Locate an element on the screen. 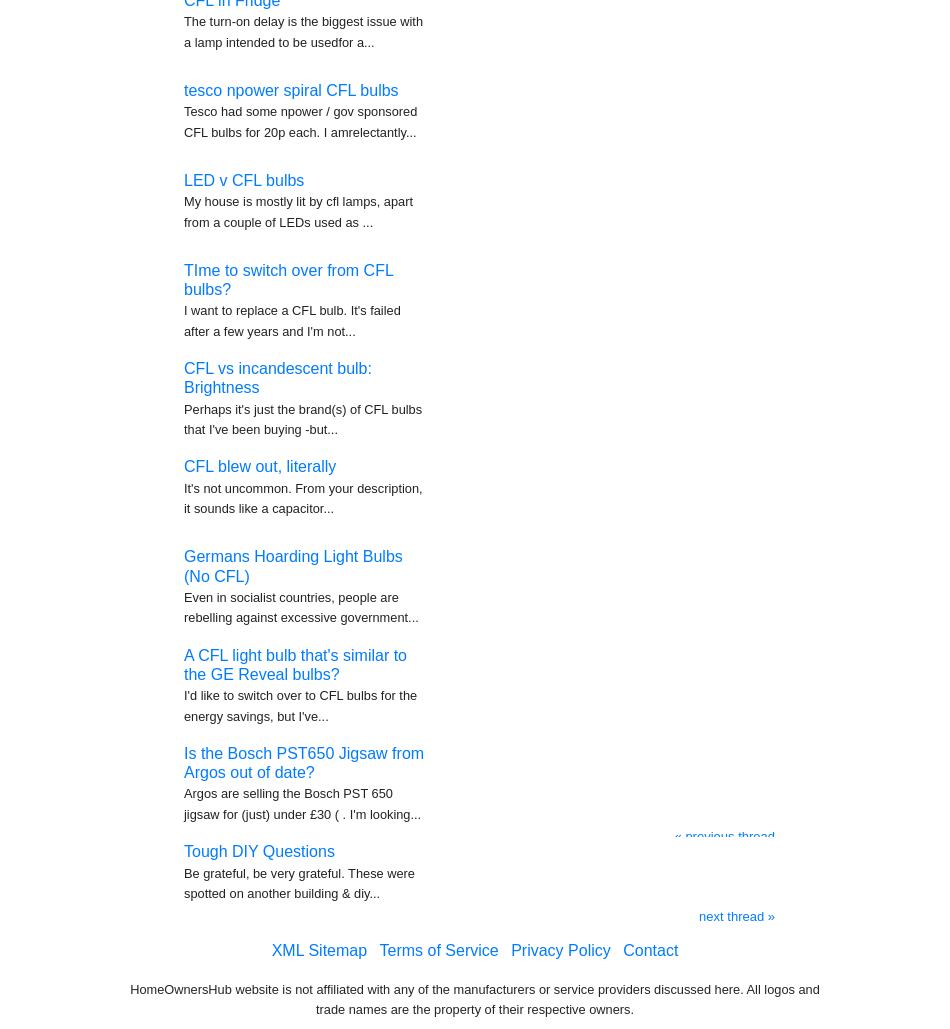  'next thread »' is located at coordinates (736, 906).